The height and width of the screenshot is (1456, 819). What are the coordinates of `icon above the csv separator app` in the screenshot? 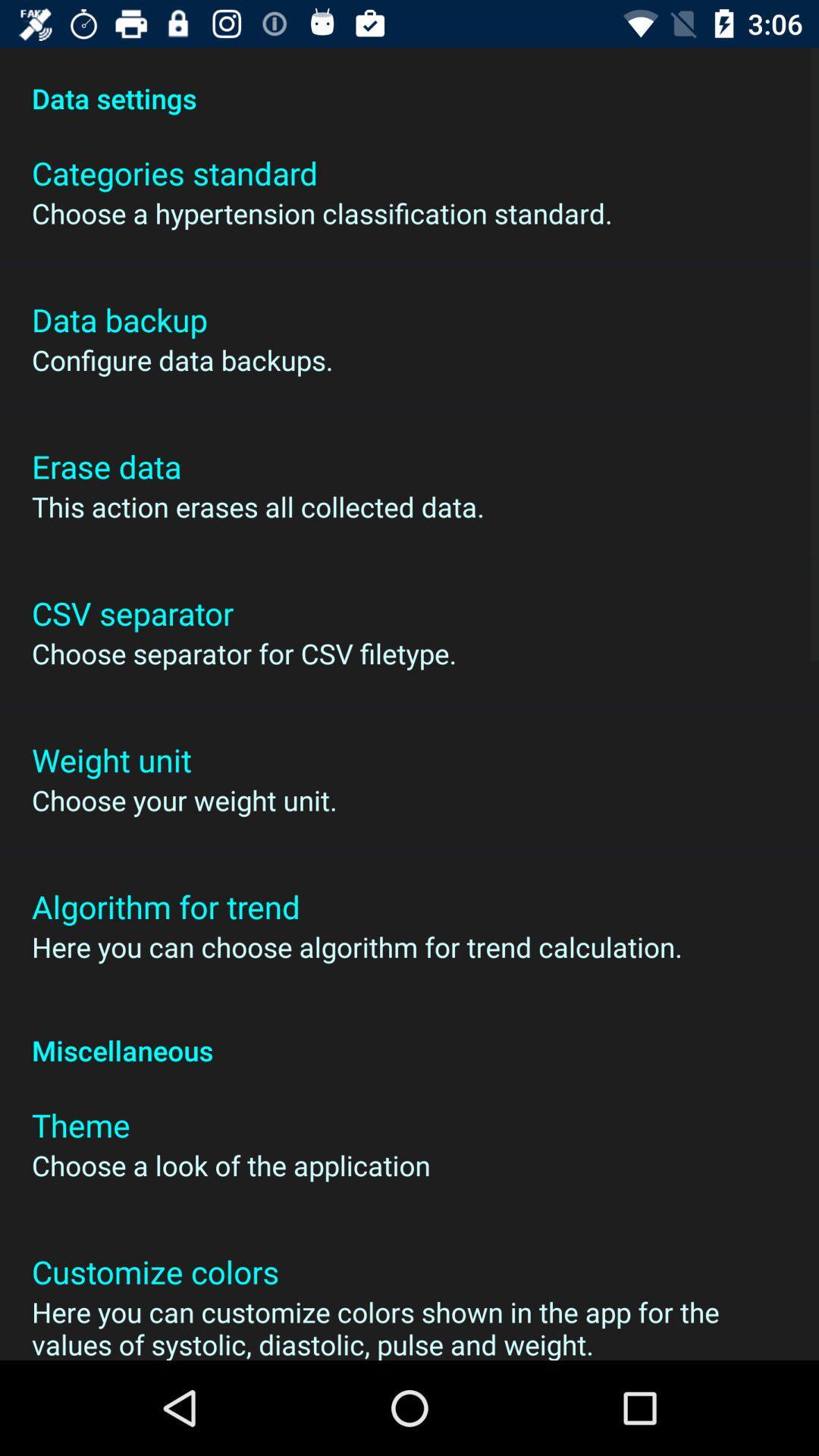 It's located at (257, 507).